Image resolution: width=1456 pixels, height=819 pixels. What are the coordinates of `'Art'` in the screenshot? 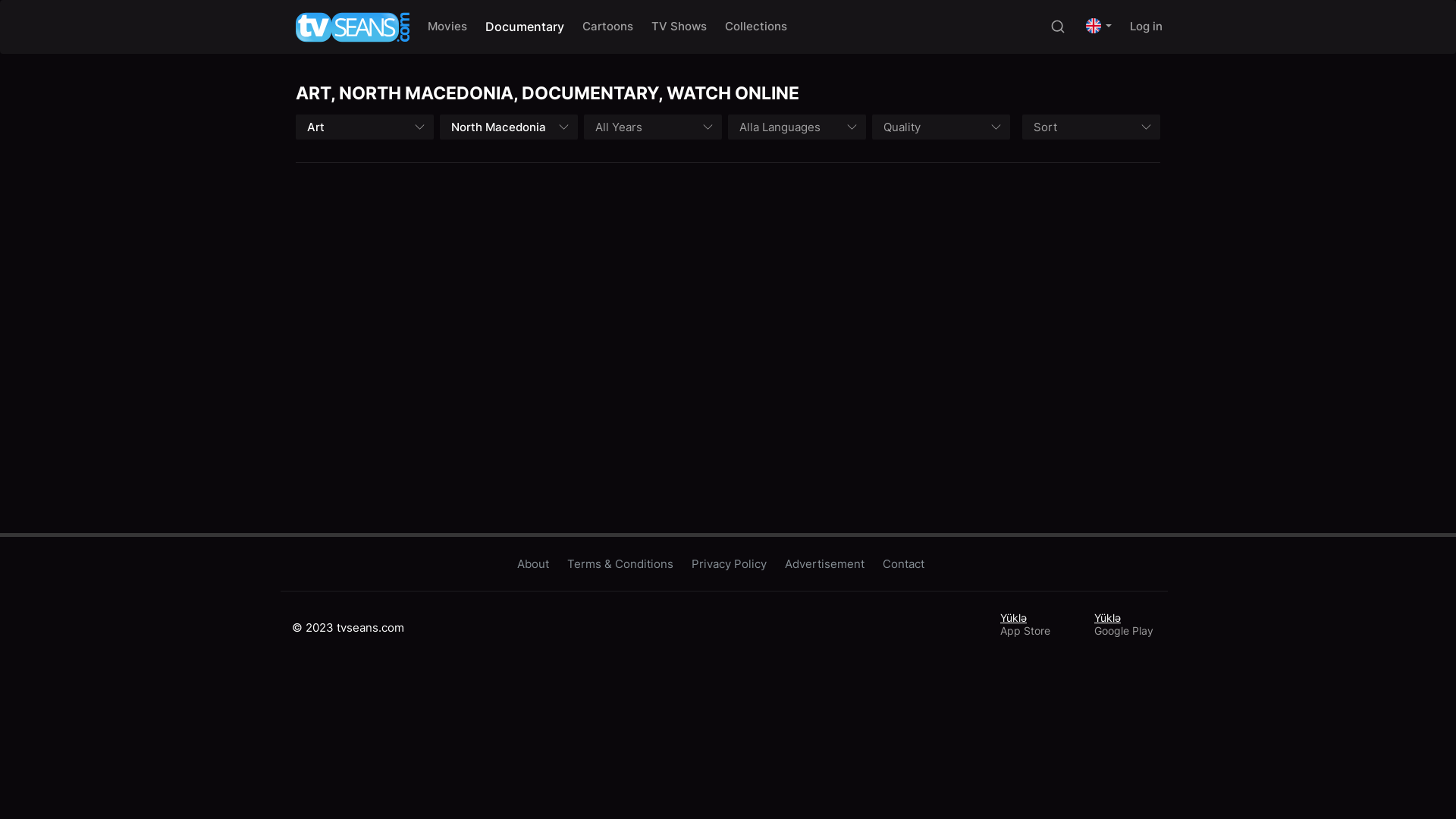 It's located at (364, 126).